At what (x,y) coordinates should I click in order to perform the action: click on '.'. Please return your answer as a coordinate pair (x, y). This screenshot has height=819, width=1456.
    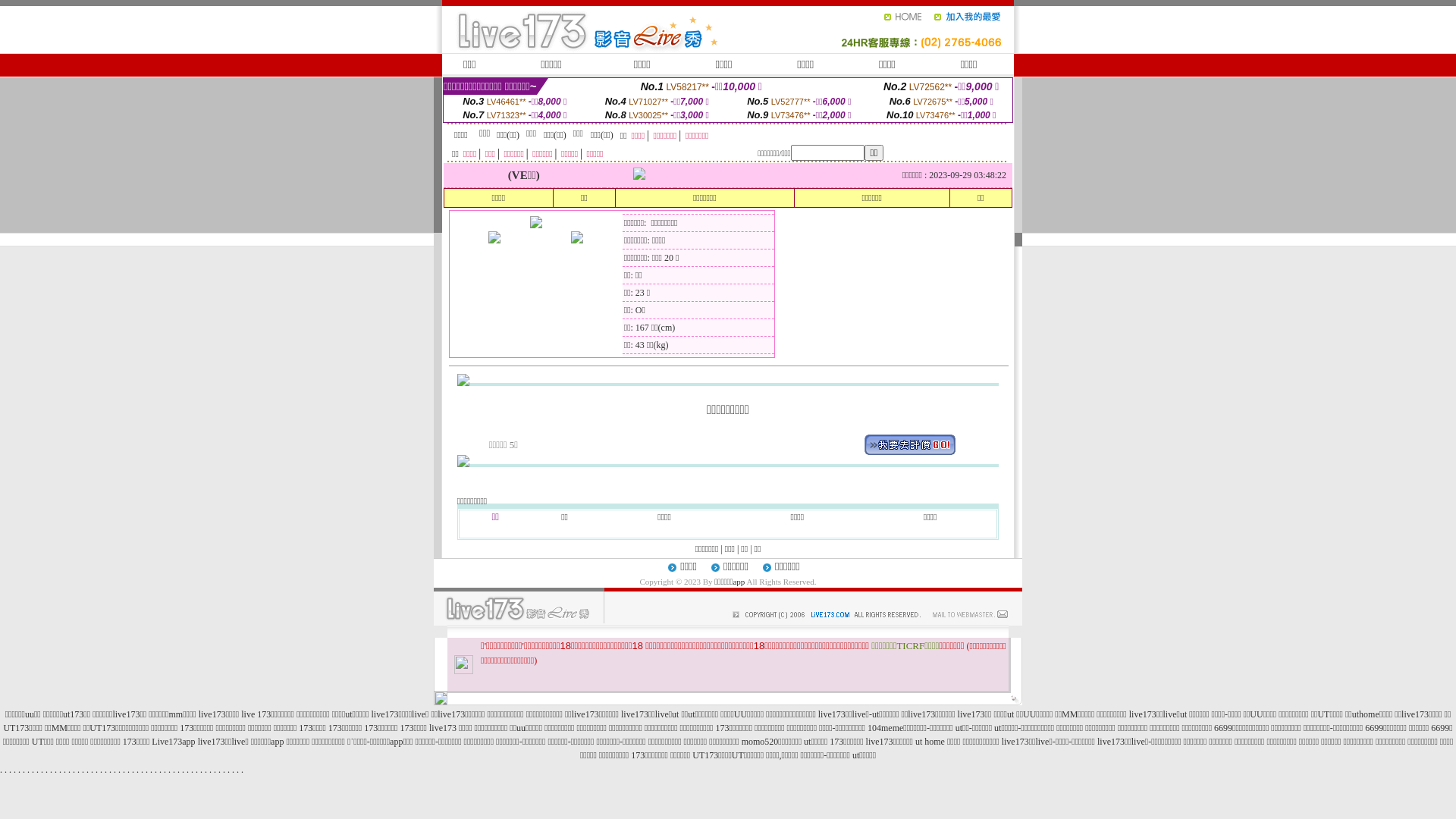
    Looking at the image, I should click on (223, 769).